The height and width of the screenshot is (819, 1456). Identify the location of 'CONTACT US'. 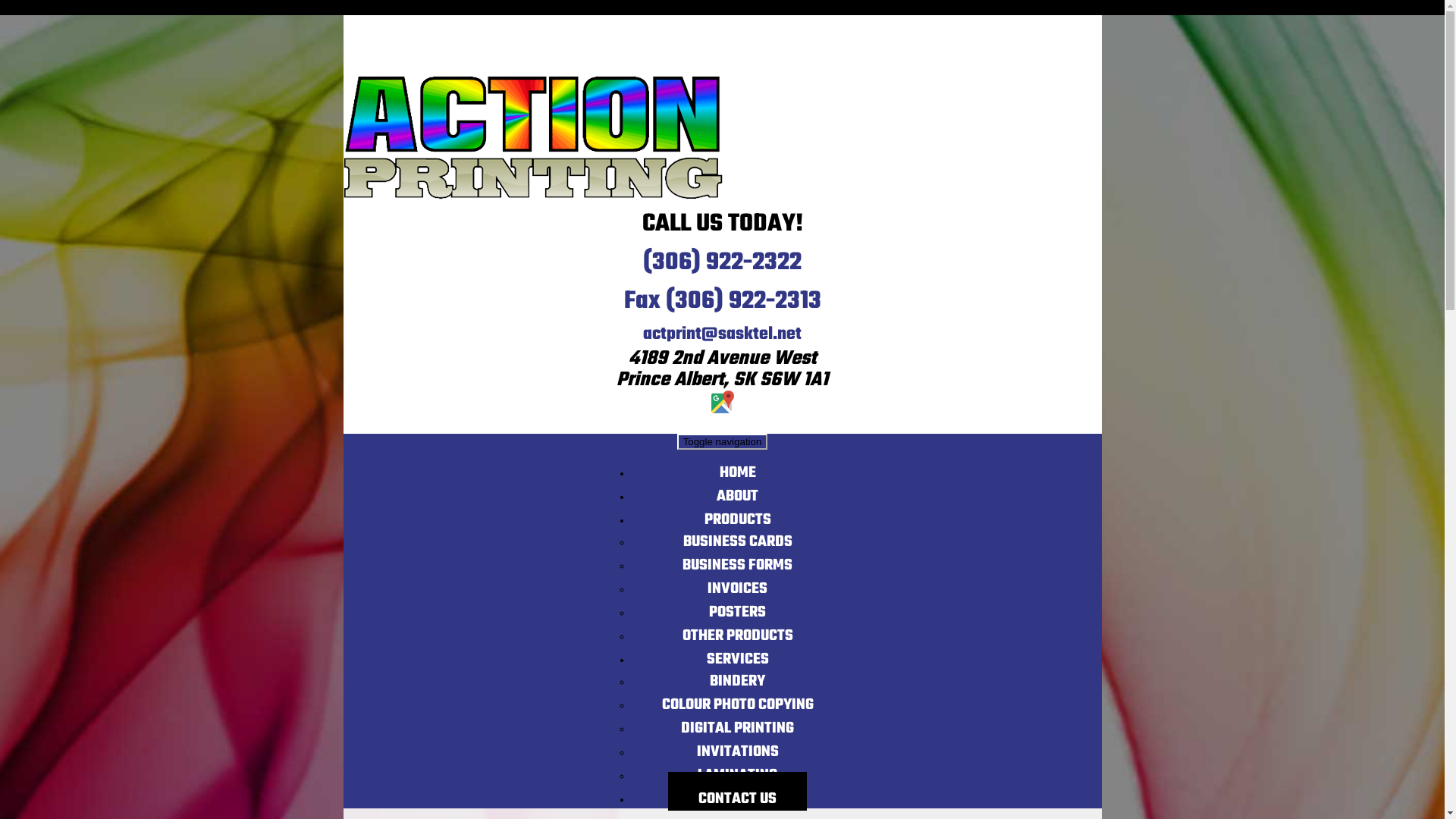
(737, 790).